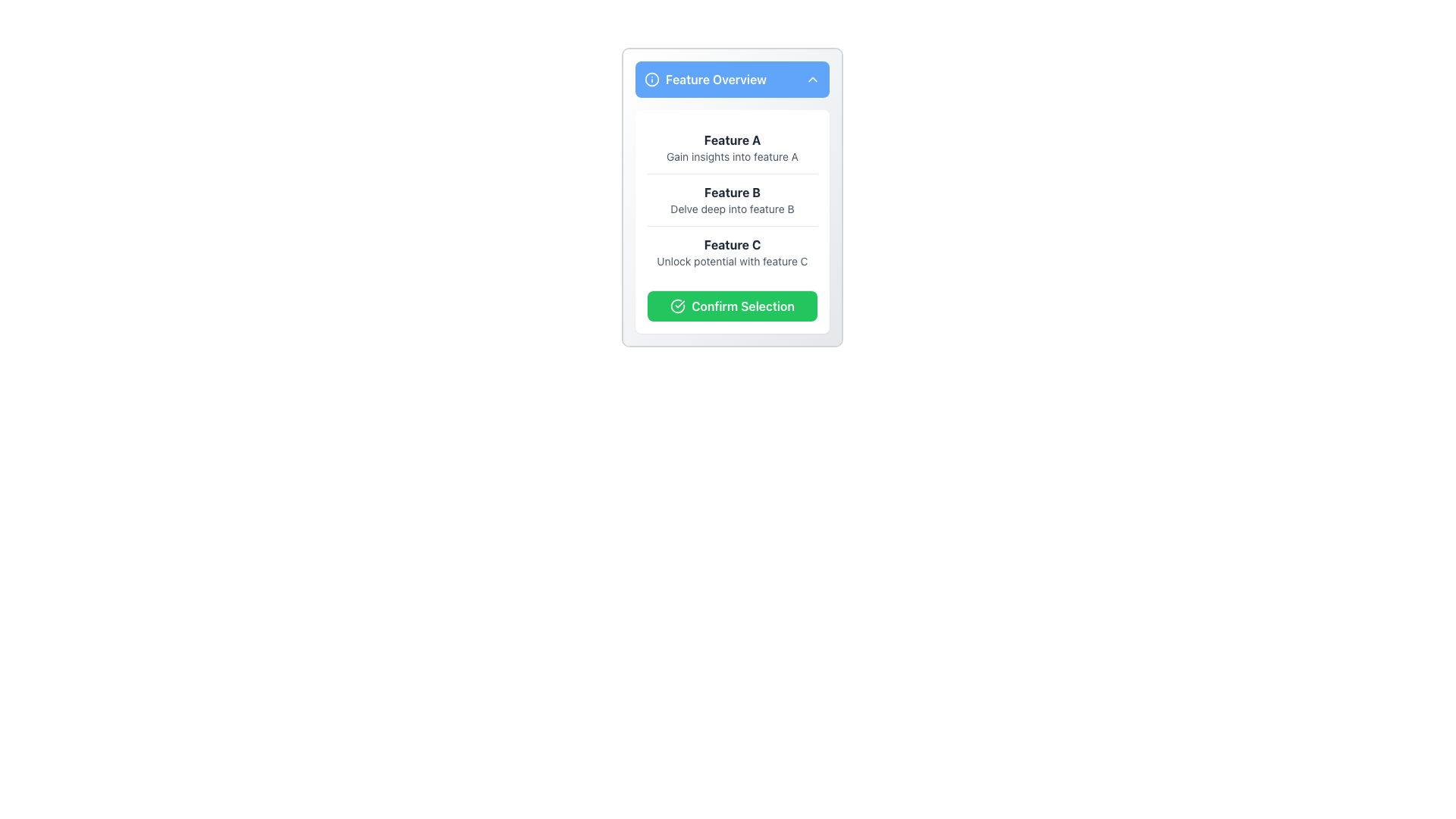  Describe the element at coordinates (715, 79) in the screenshot. I see `the 'Feature Overview' text label which is styled in bold and is located at the top of the layout, adjacent to an information icon and a dropdown arrow` at that location.